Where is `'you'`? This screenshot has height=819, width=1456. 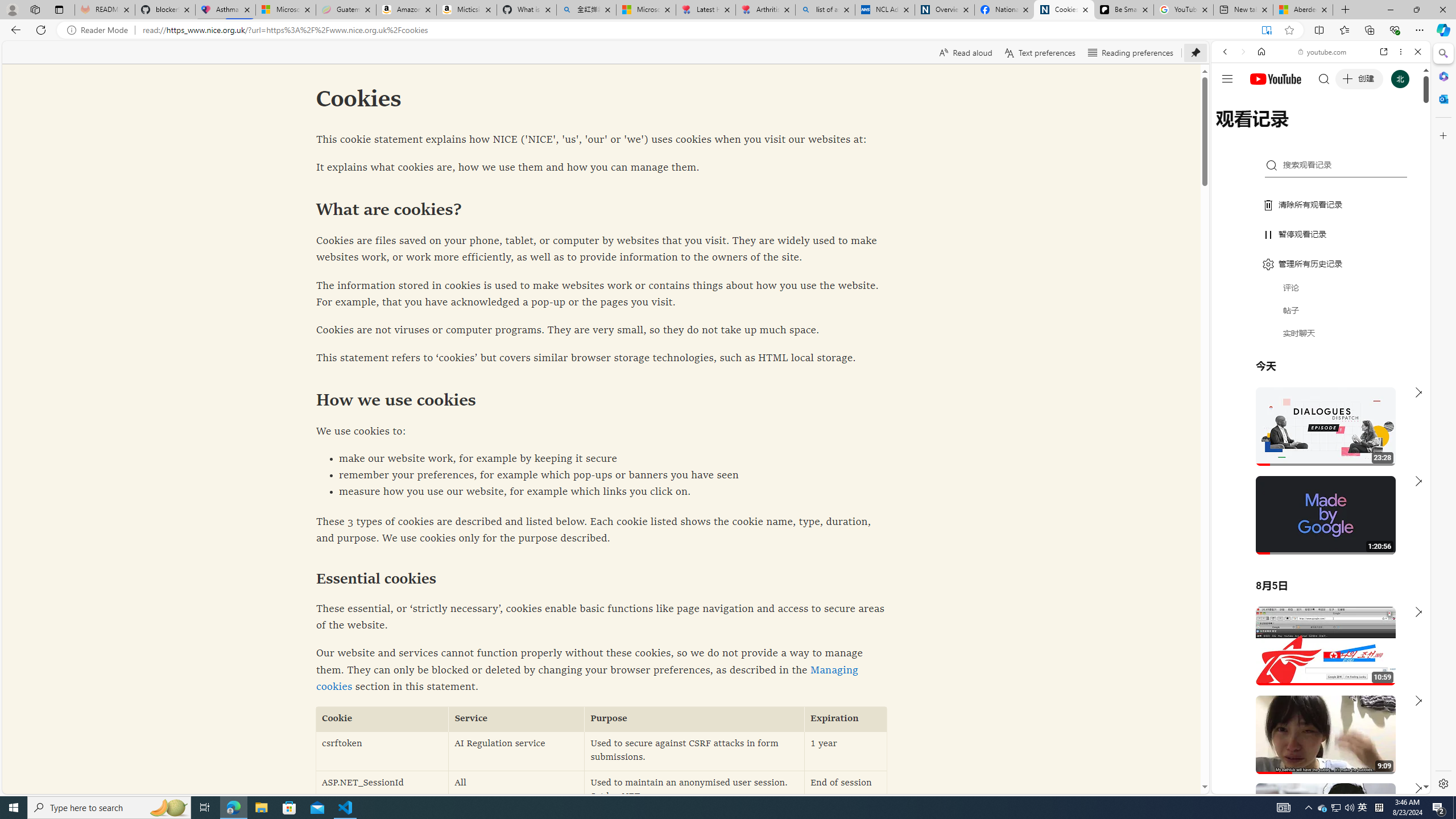
'you' is located at coordinates (1316, 755).